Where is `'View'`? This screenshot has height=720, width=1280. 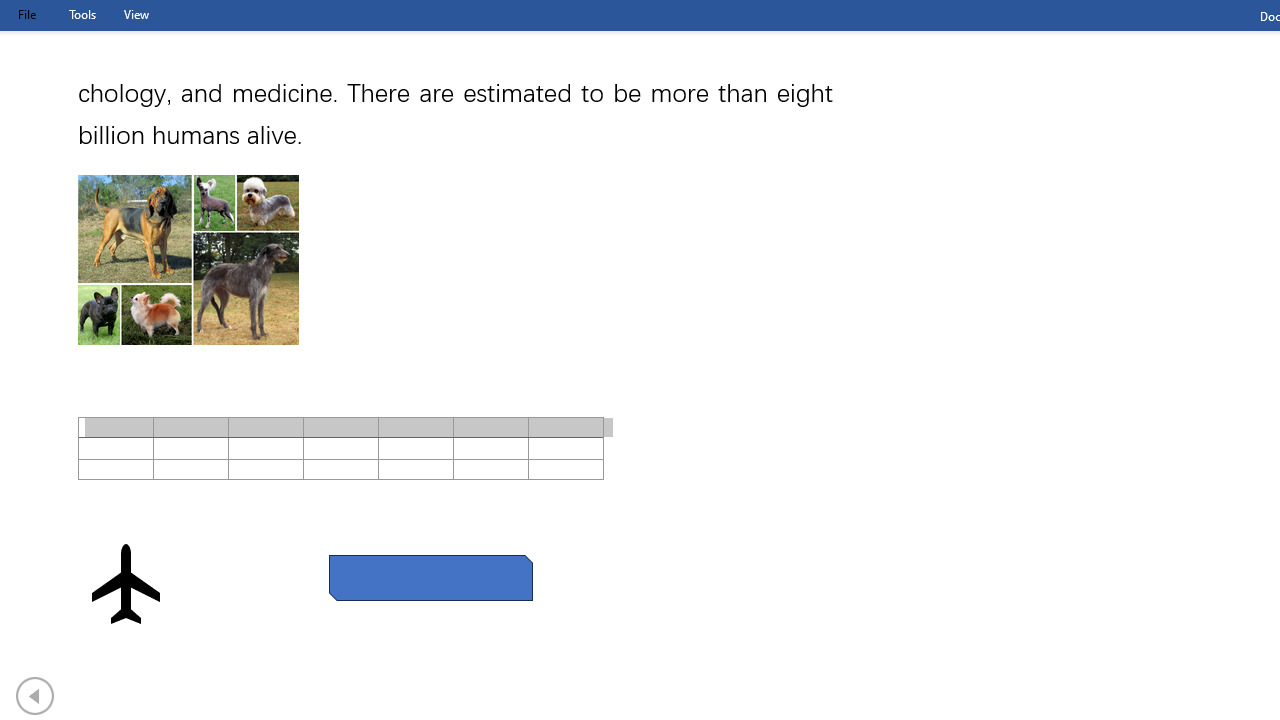 'View' is located at coordinates (135, 14).